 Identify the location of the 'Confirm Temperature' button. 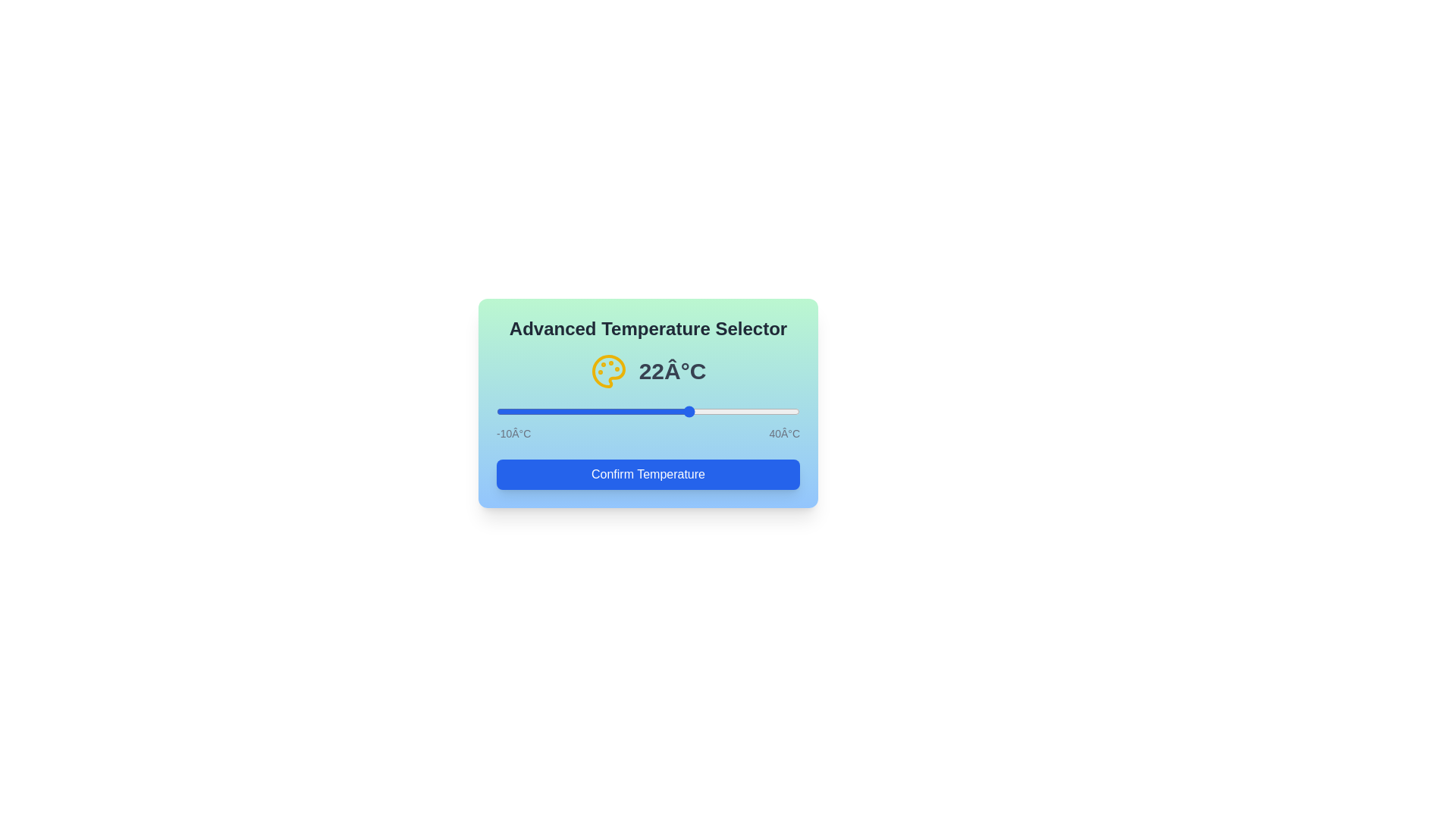
(648, 473).